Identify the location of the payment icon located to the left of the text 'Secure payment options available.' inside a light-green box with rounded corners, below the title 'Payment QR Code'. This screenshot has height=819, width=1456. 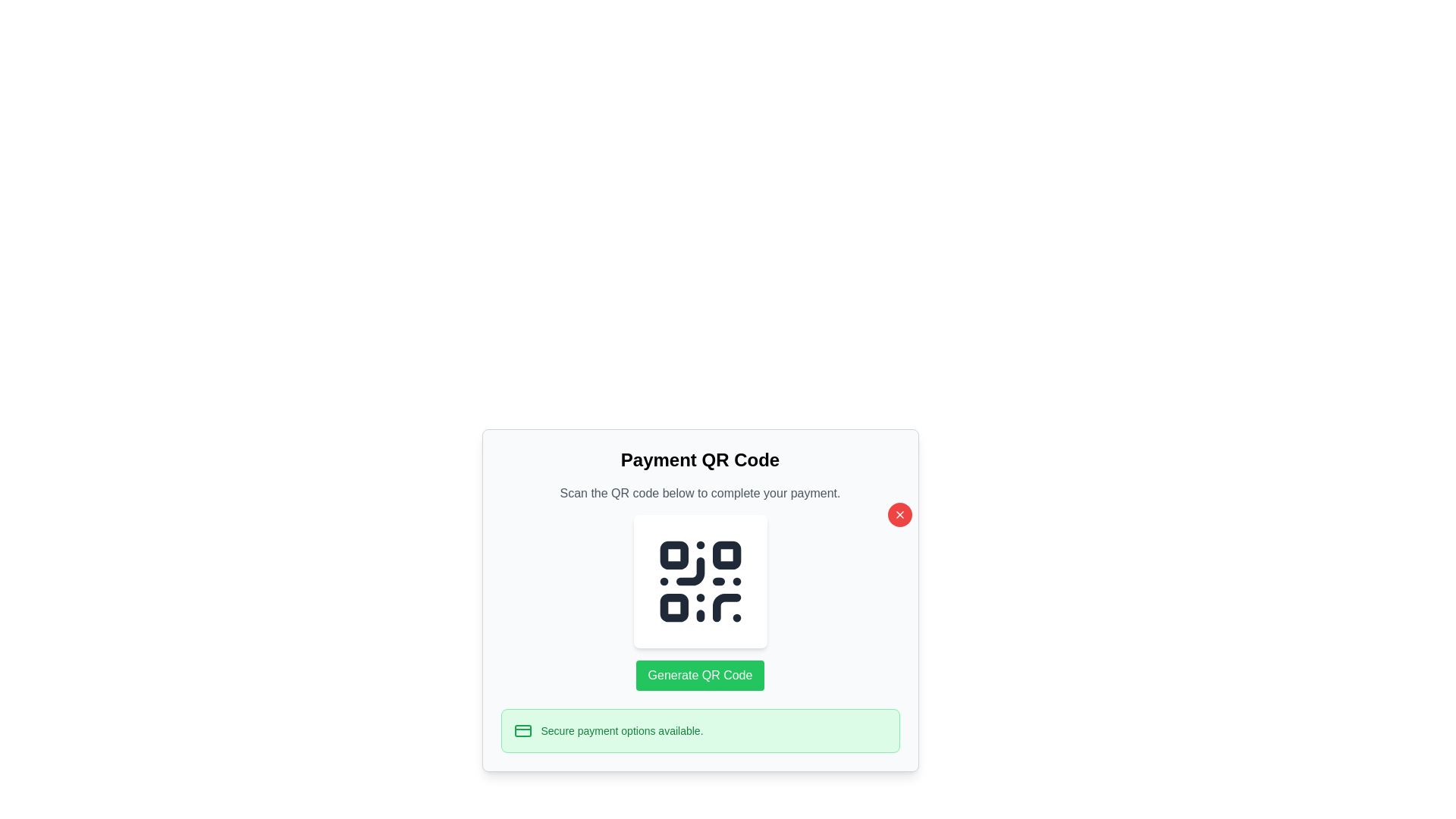
(522, 730).